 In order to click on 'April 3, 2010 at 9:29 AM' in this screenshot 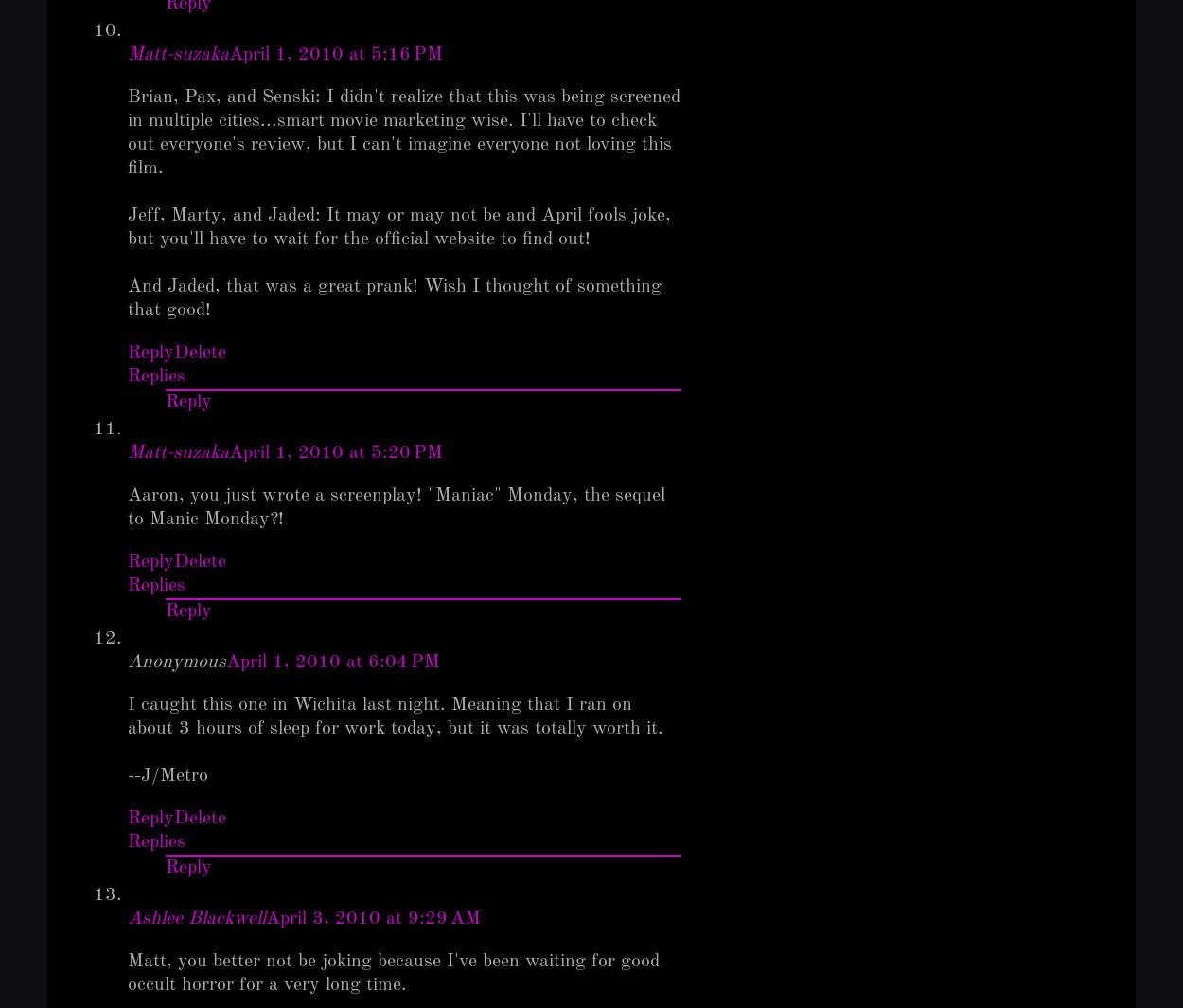, I will do `click(373, 918)`.